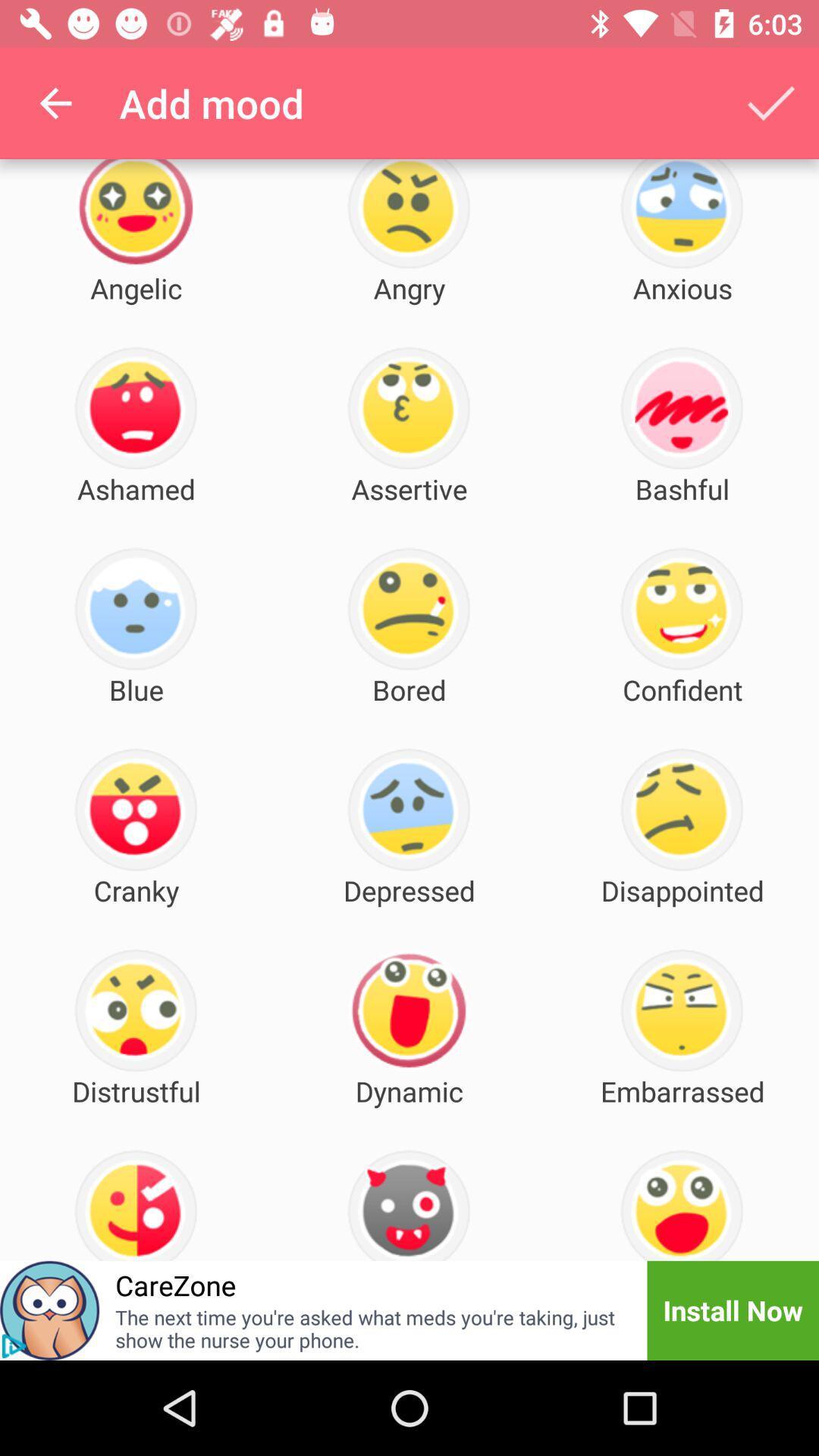 The height and width of the screenshot is (1456, 819). Describe the element at coordinates (49, 1310) in the screenshot. I see `share the article` at that location.